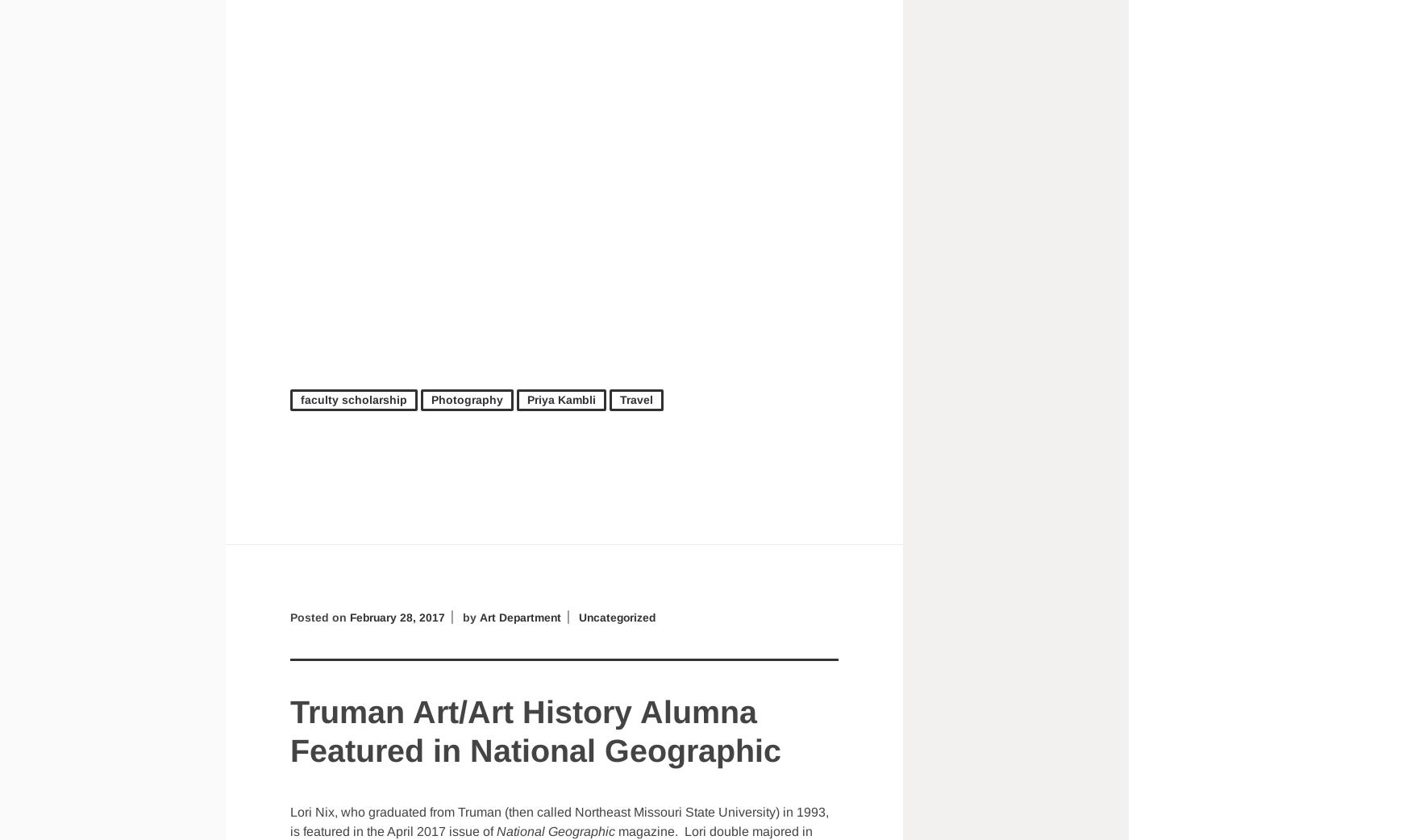  What do you see at coordinates (319, 616) in the screenshot?
I see `'Posted on'` at bounding box center [319, 616].